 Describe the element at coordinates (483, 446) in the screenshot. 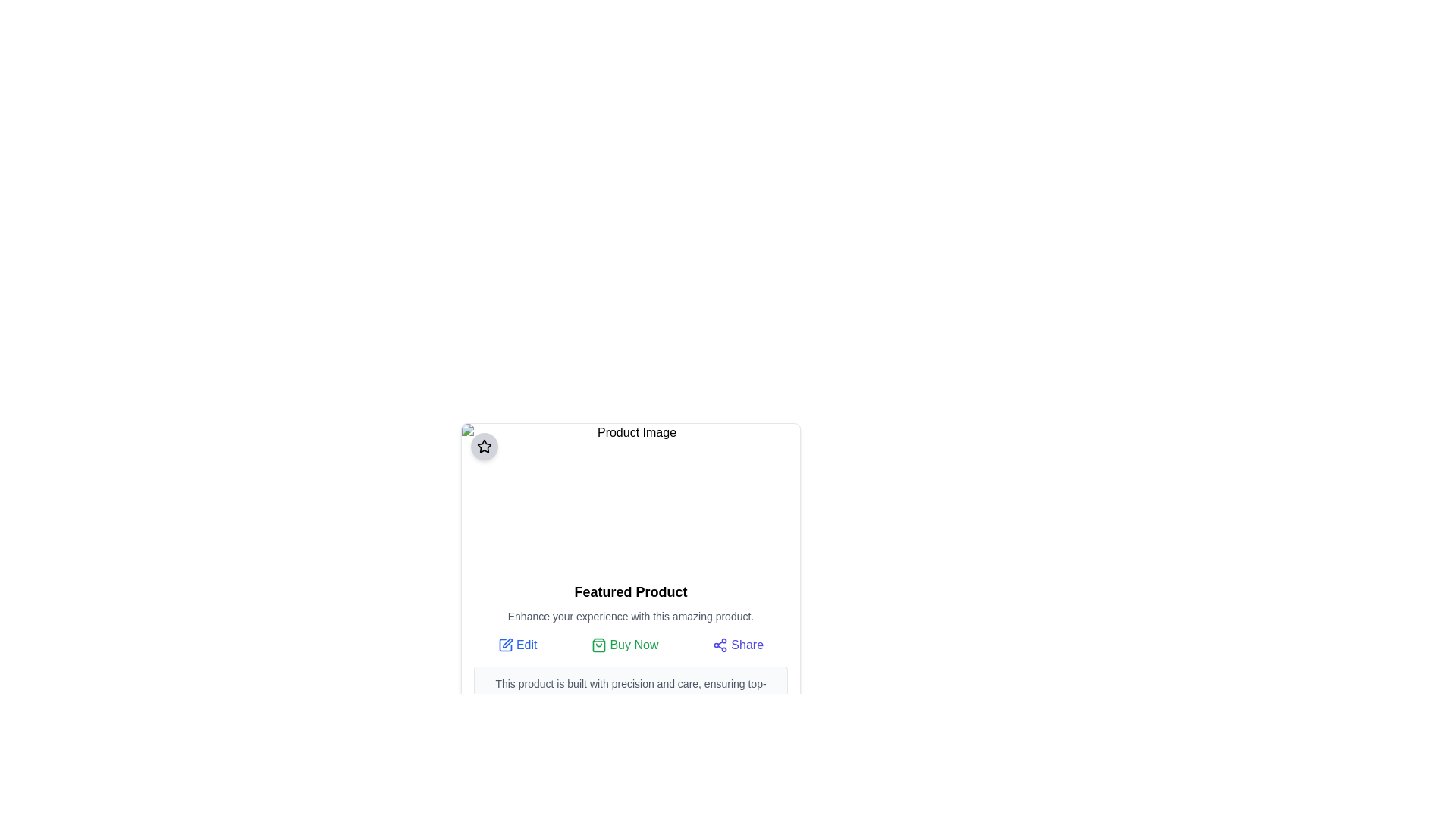

I see `the star icon within the circular button located at the top-left corner of the 'Product Image' card` at that location.